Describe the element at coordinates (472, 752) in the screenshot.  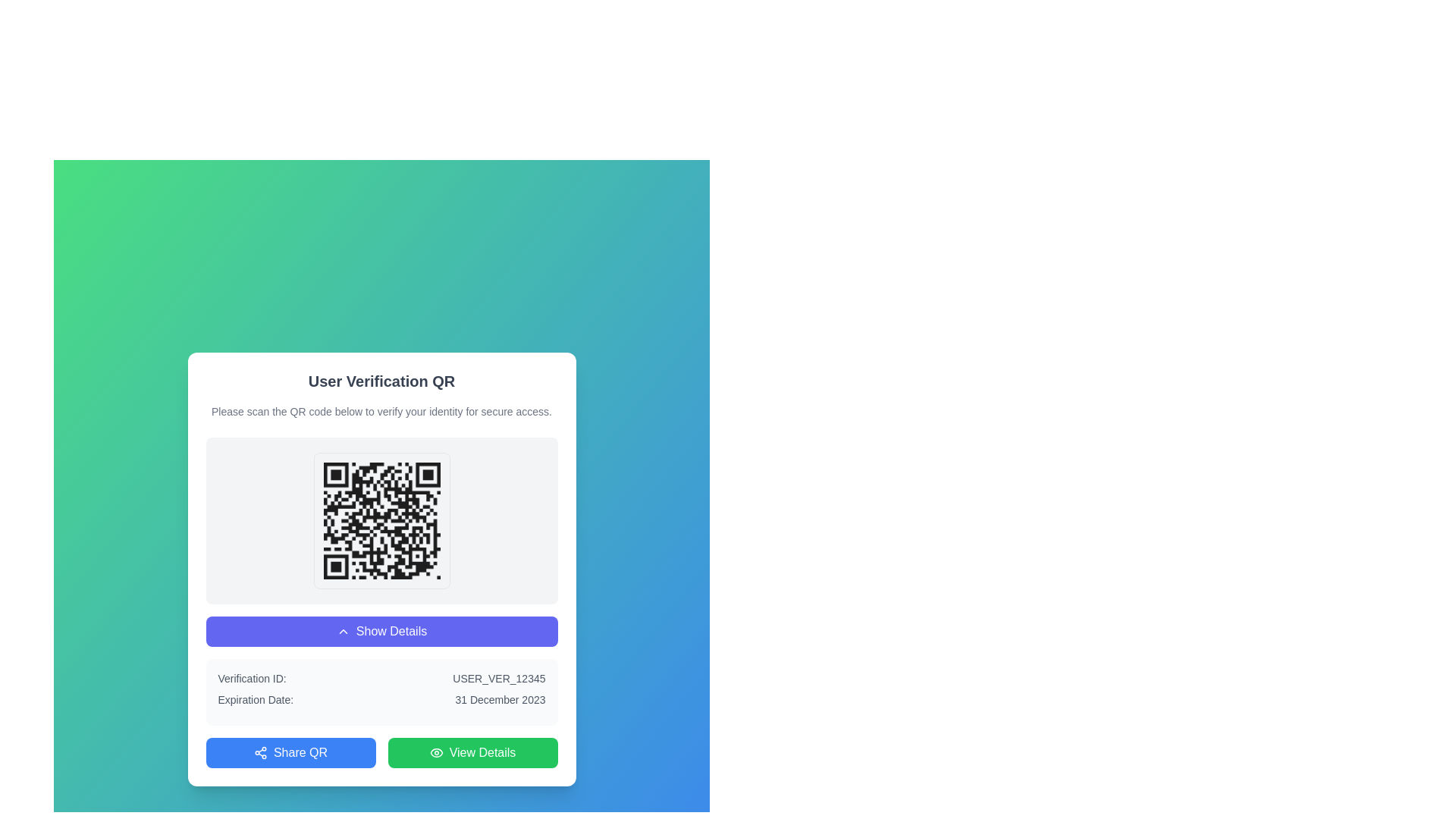
I see `the button located to the right of the 'Share QR' button` at that location.